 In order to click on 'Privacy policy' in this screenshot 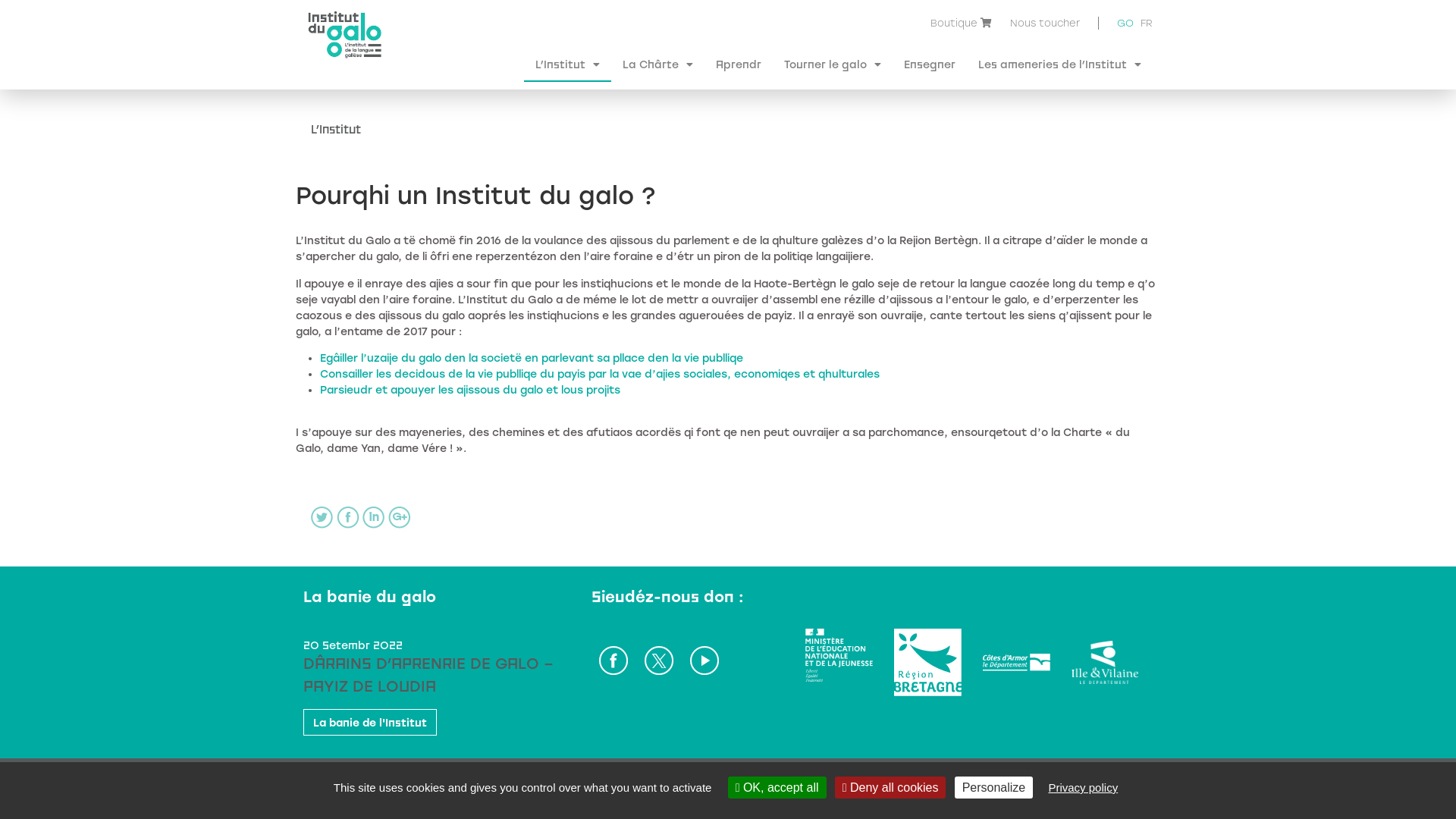, I will do `click(1081, 786)`.